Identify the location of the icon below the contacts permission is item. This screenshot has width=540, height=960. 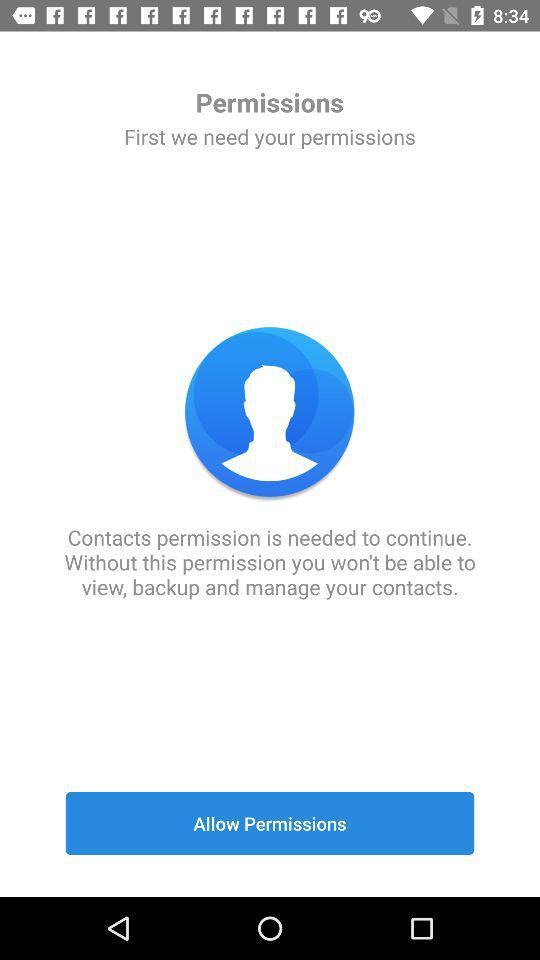
(270, 823).